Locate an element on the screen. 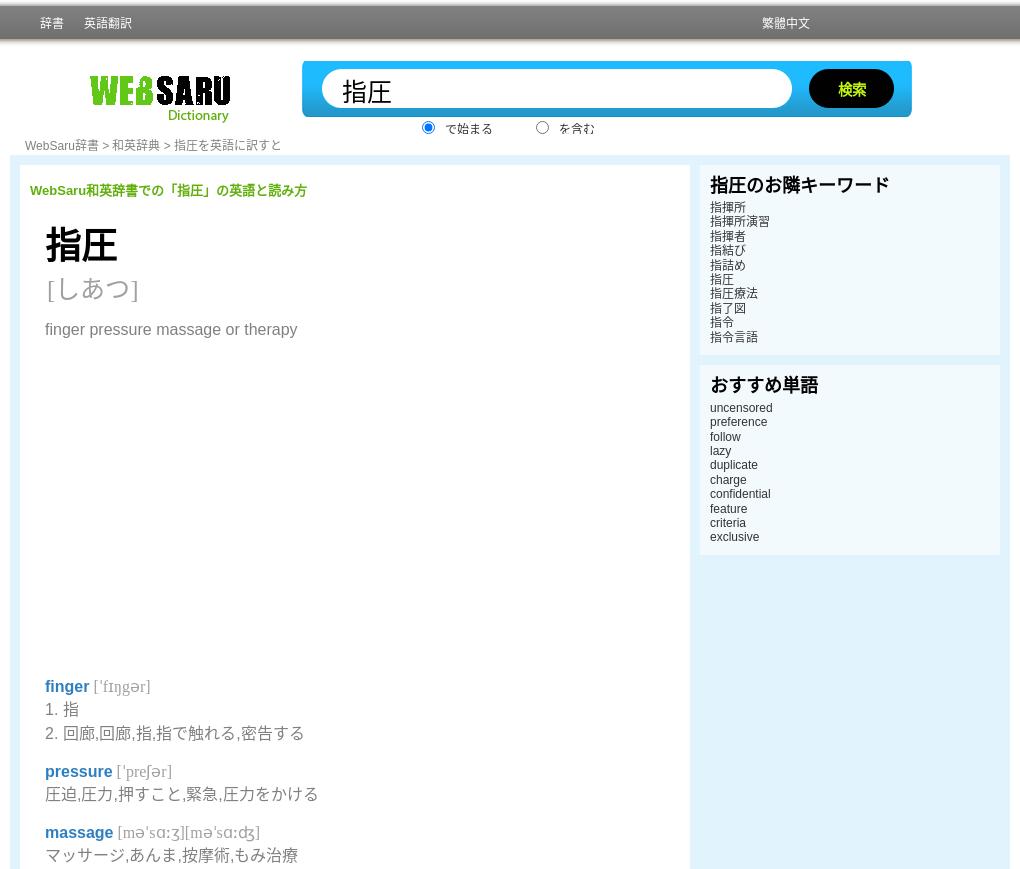 The image size is (1020, 869). 'massage' is located at coordinates (79, 832).